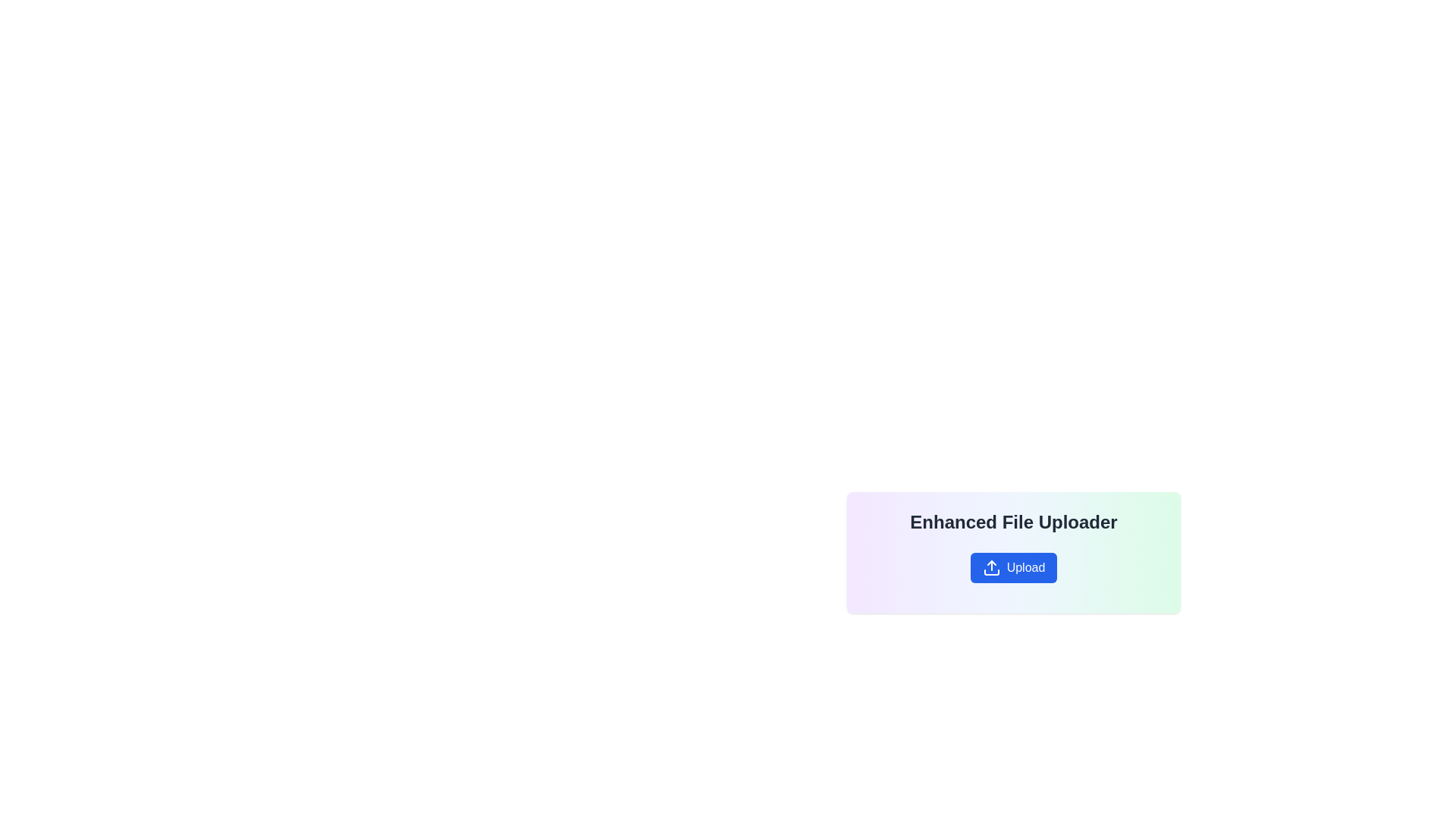 This screenshot has width=1456, height=819. What do you see at coordinates (1014, 522) in the screenshot?
I see `the text label that displays 'Enhanced File Uploader', which is styled in bold and larger font, and is centrally positioned at the top of a rounded rectangular panel with a gradient background` at bounding box center [1014, 522].